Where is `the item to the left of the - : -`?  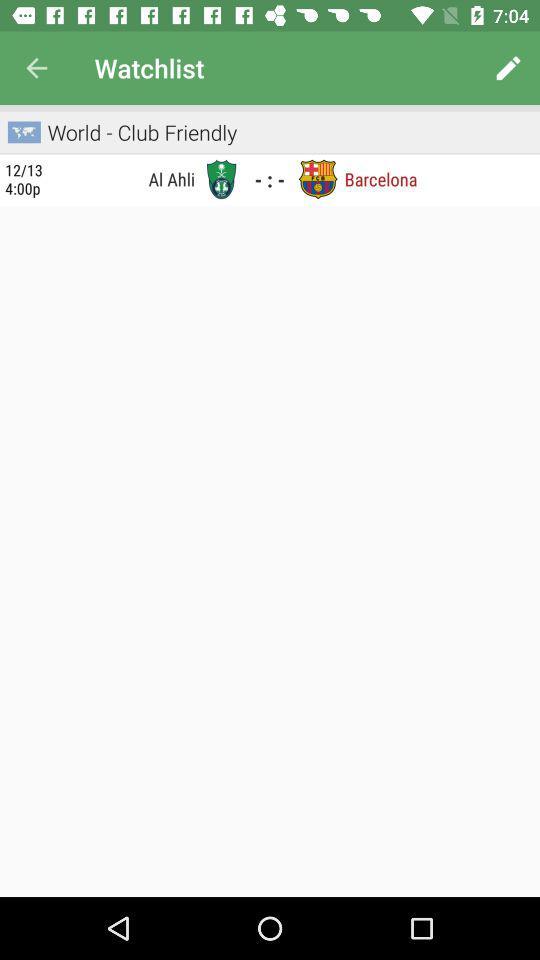
the item to the left of the - : - is located at coordinates (220, 178).